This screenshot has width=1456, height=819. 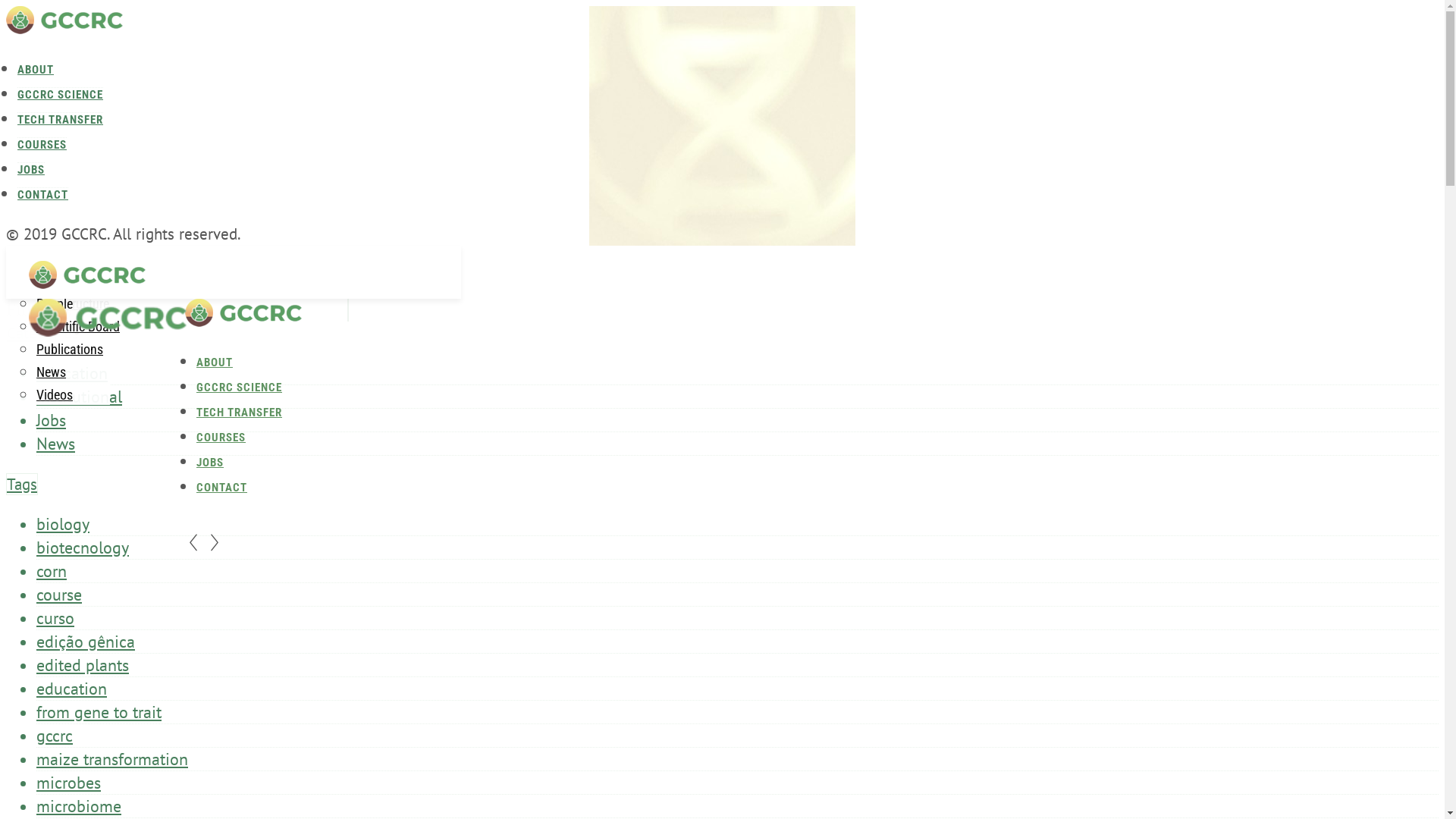 What do you see at coordinates (51, 570) in the screenshot?
I see `'corn'` at bounding box center [51, 570].